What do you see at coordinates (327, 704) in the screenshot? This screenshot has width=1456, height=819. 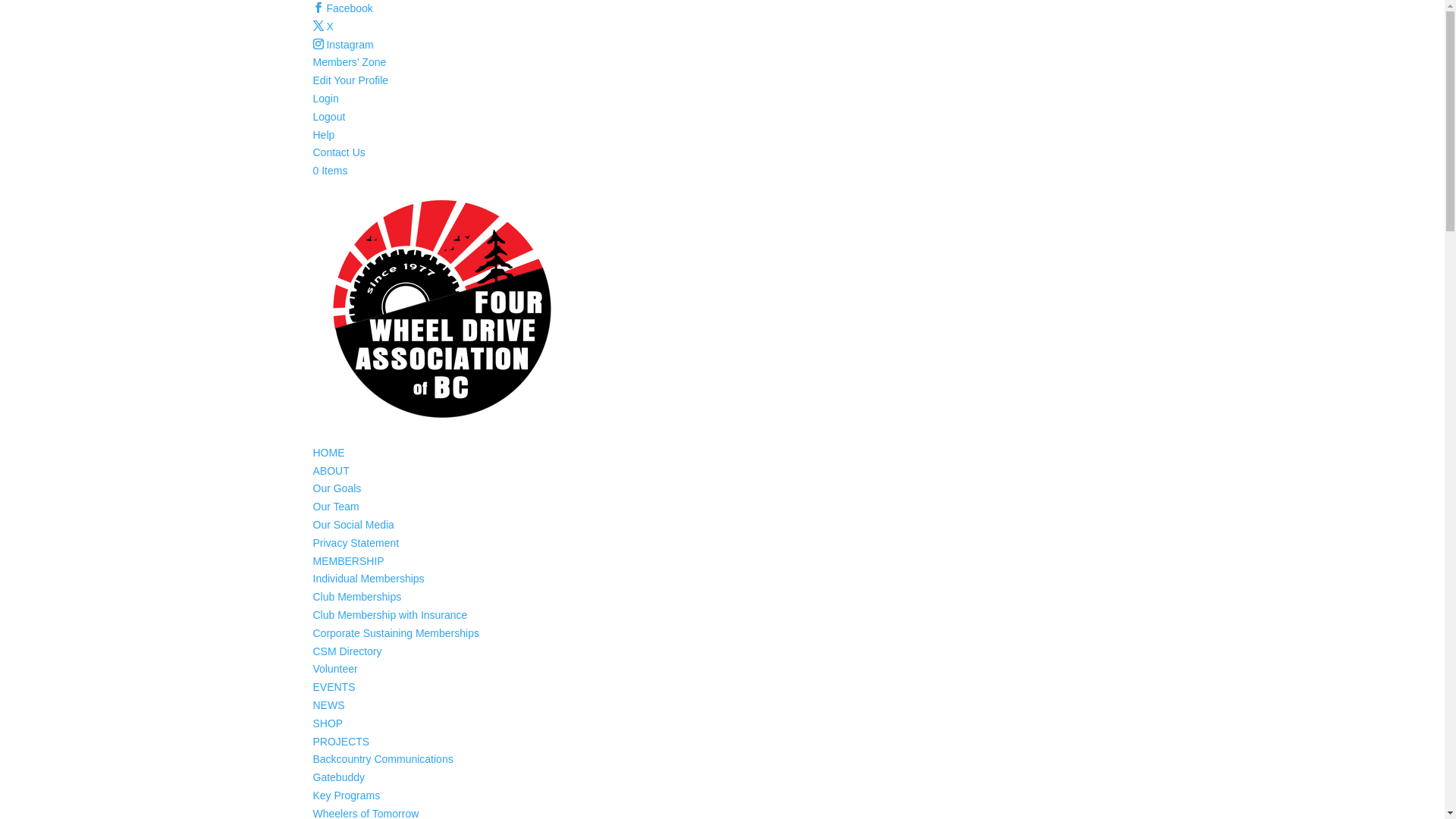 I see `'NEWS'` at bounding box center [327, 704].